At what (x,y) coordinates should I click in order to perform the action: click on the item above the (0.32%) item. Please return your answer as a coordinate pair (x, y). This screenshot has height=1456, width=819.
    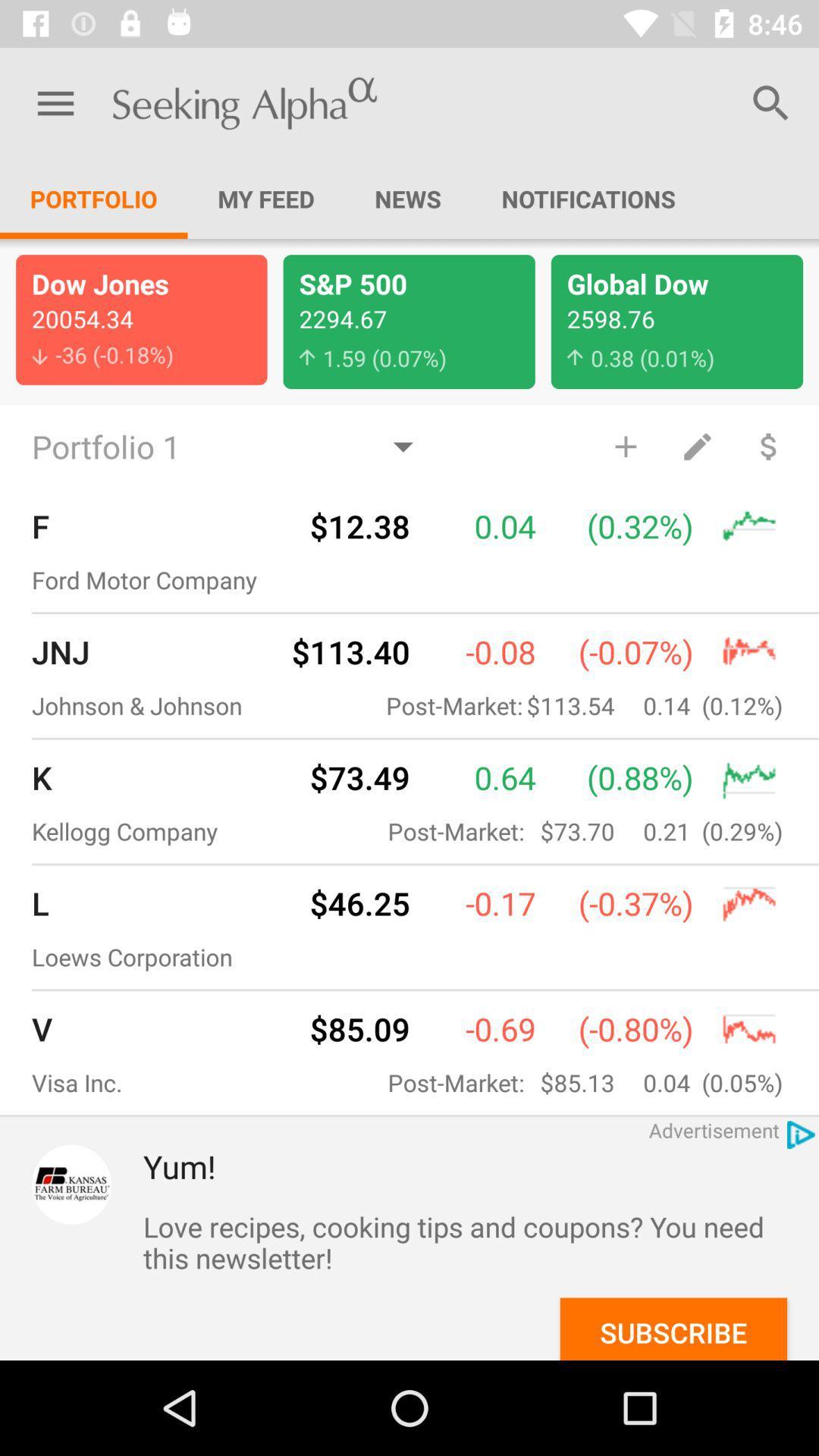
    Looking at the image, I should click on (626, 445).